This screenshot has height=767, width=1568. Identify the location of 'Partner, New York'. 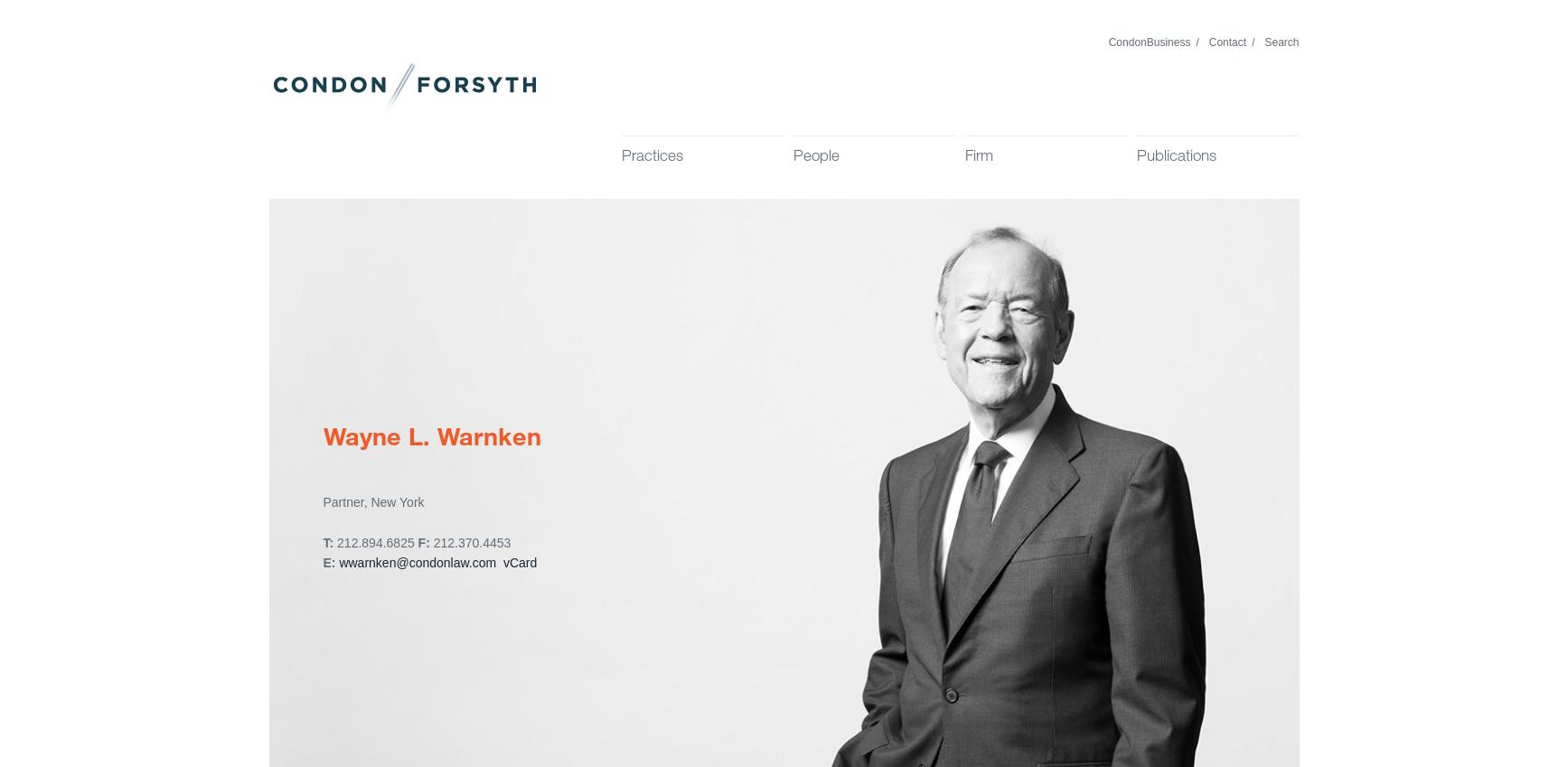
(372, 502).